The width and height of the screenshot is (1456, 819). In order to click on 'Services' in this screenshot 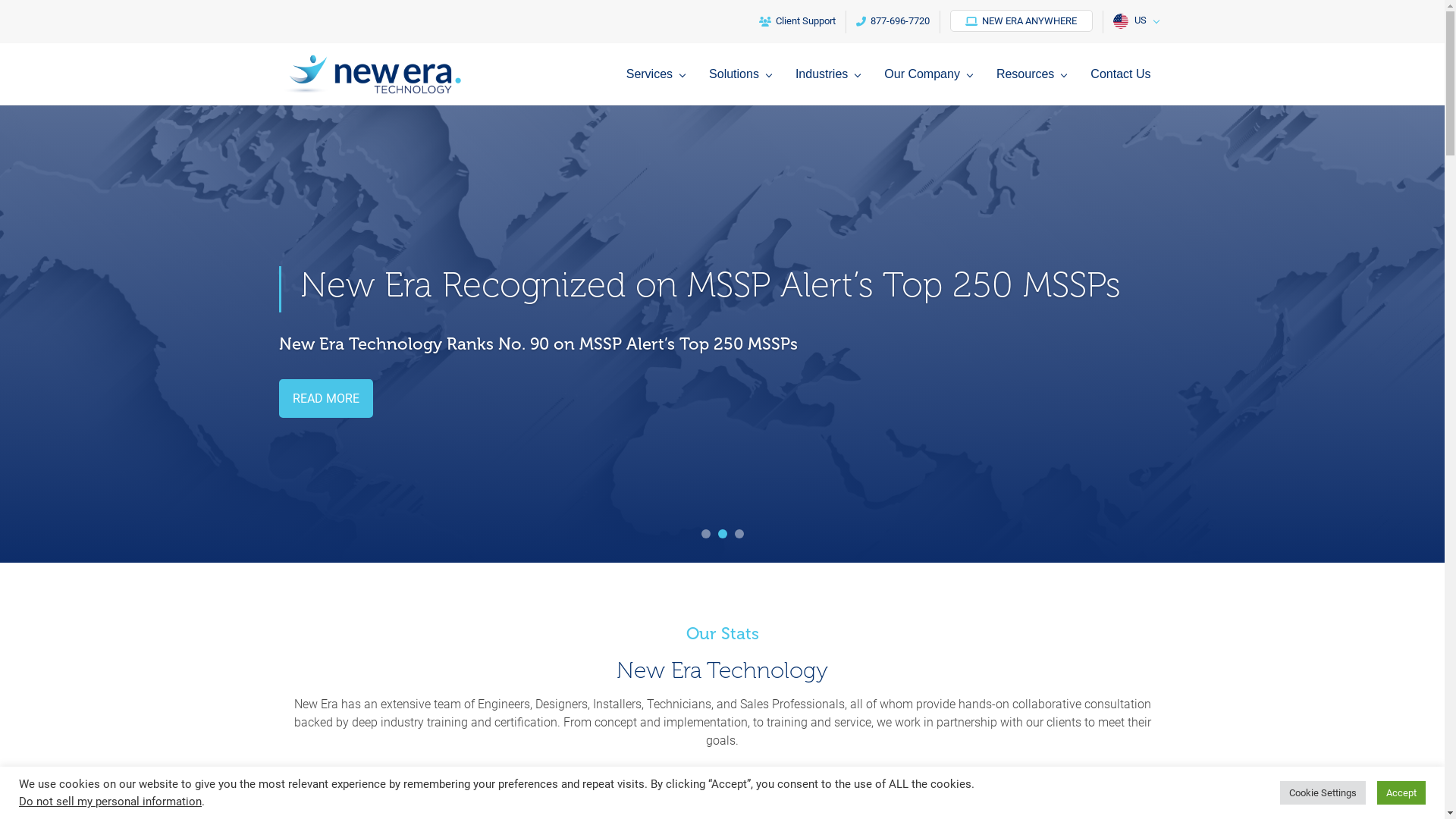, I will do `click(626, 86)`.